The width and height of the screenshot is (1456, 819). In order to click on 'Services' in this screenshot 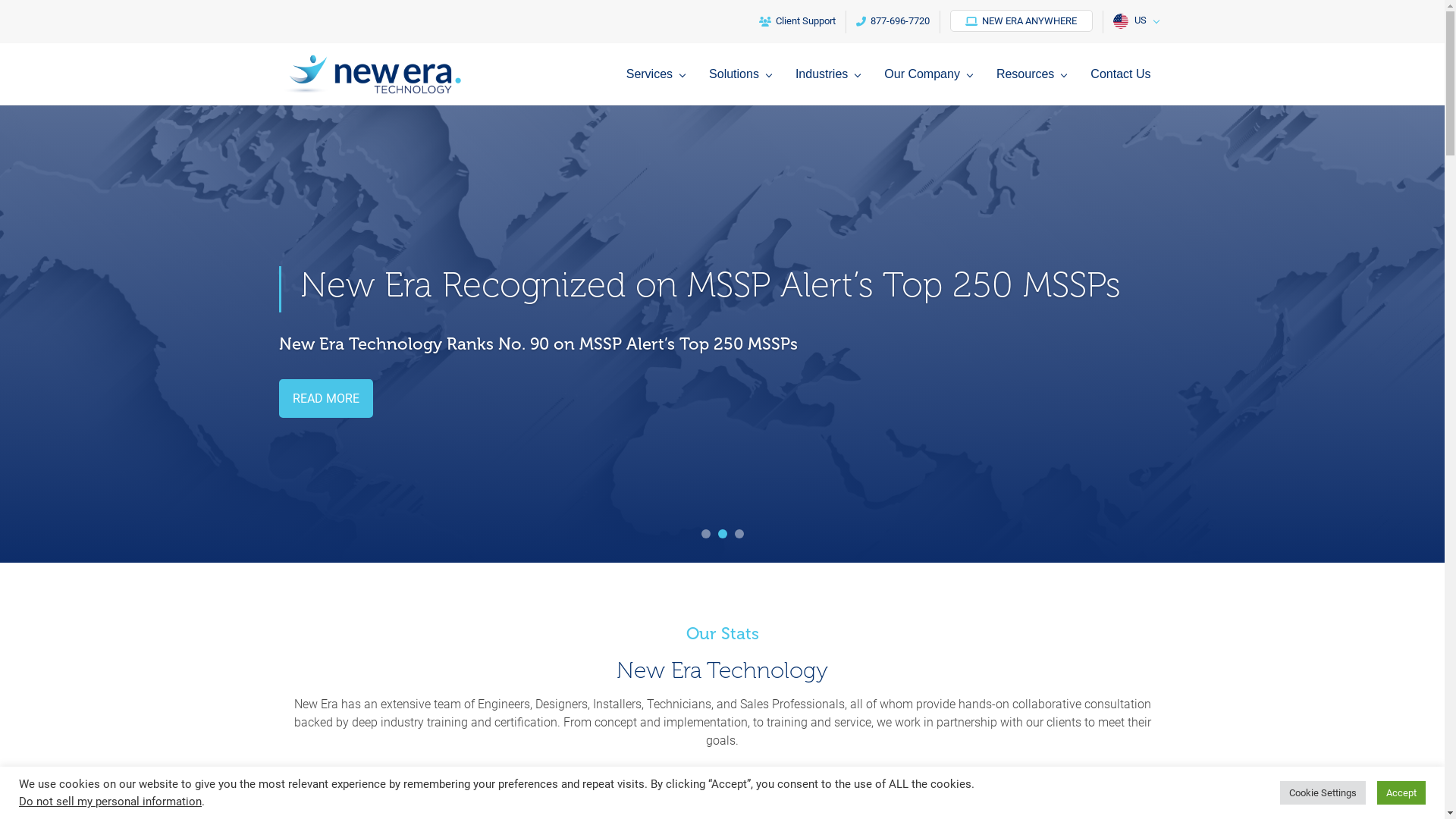, I will do `click(626, 86)`.